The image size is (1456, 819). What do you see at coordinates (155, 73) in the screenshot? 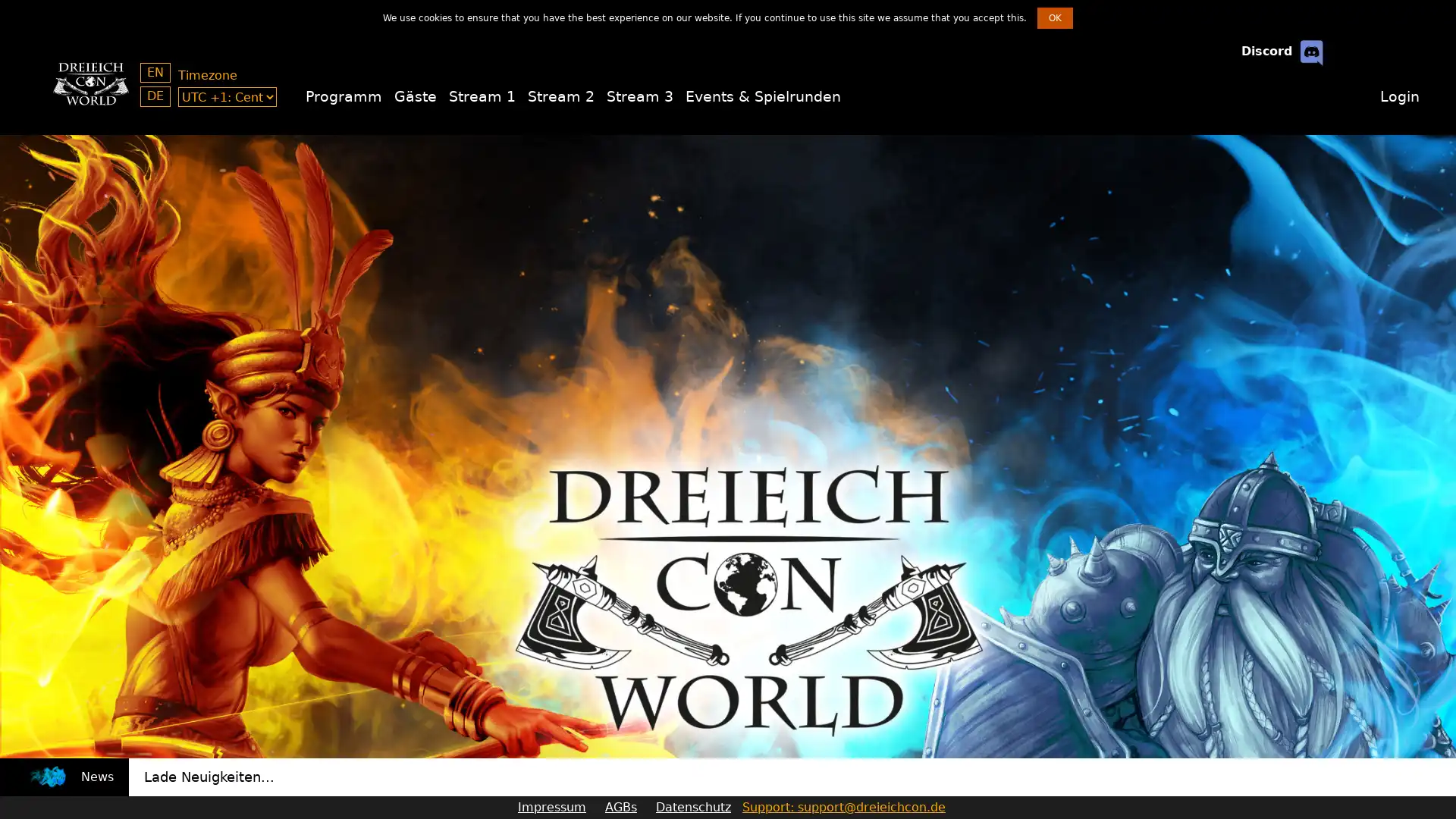
I see `EN` at bounding box center [155, 73].